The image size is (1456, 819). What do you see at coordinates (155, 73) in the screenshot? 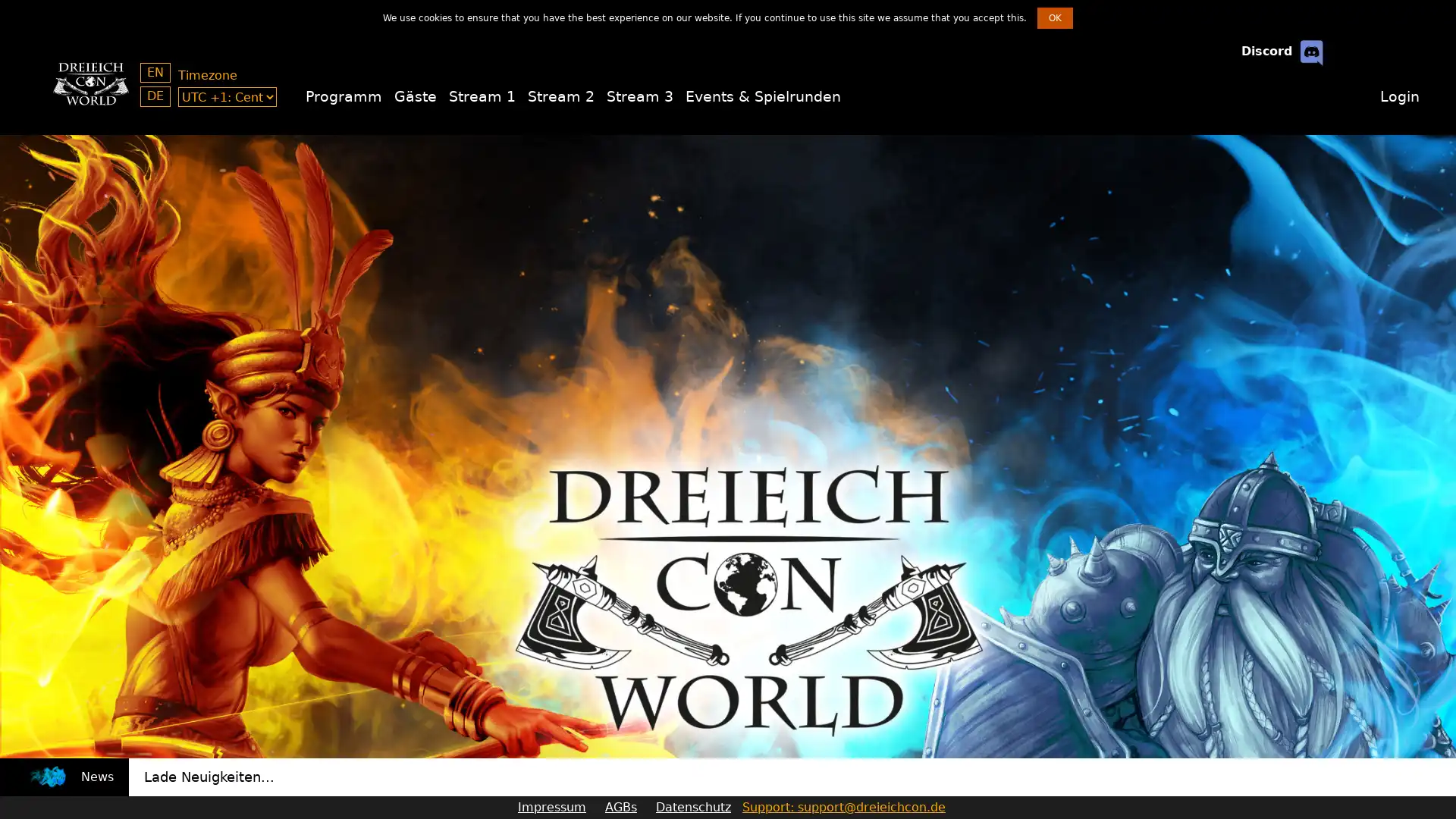
I see `EN` at bounding box center [155, 73].